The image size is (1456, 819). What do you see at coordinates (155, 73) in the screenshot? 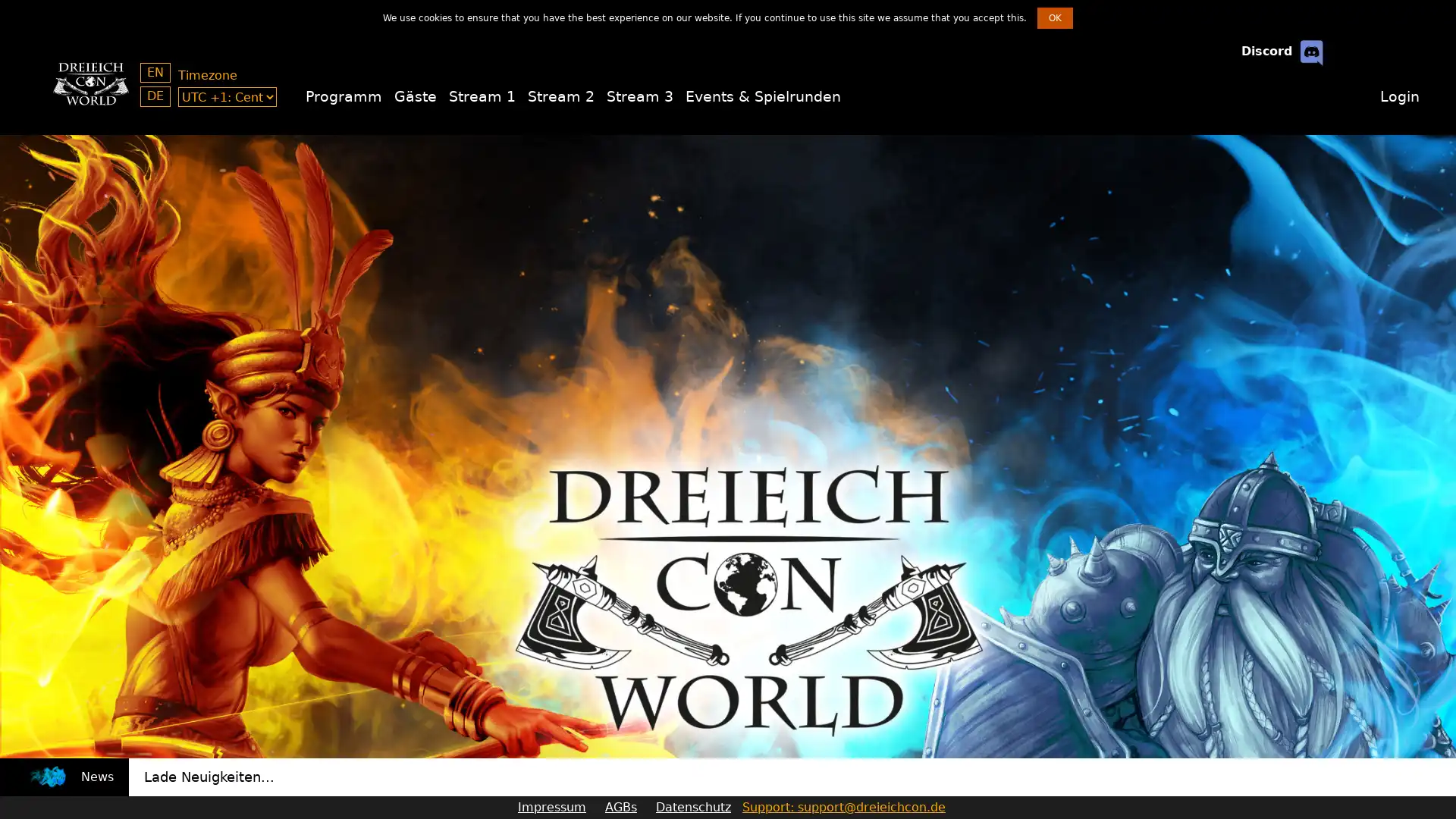
I see `EN` at bounding box center [155, 73].